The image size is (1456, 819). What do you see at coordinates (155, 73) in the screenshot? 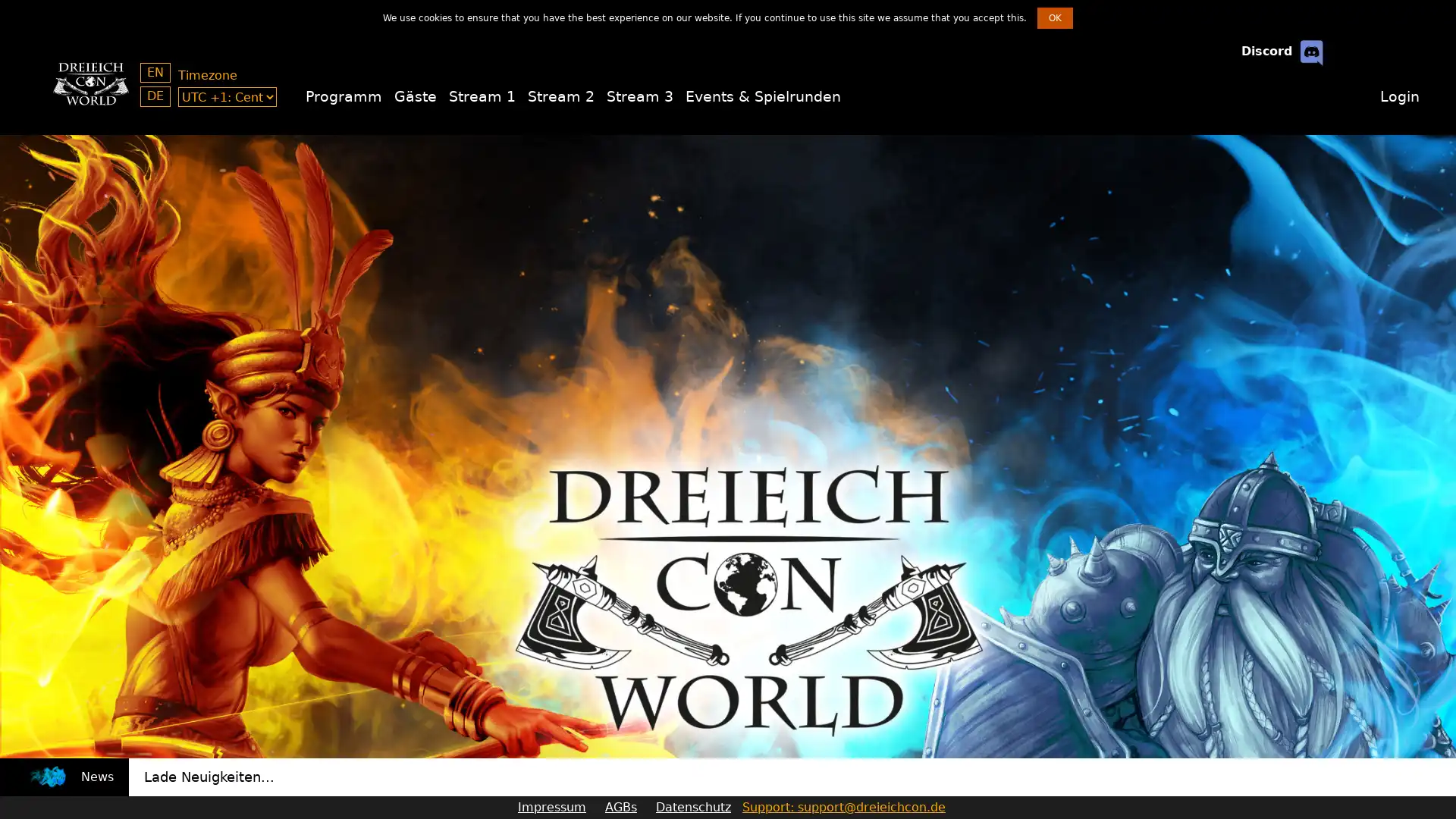
I see `EN` at bounding box center [155, 73].